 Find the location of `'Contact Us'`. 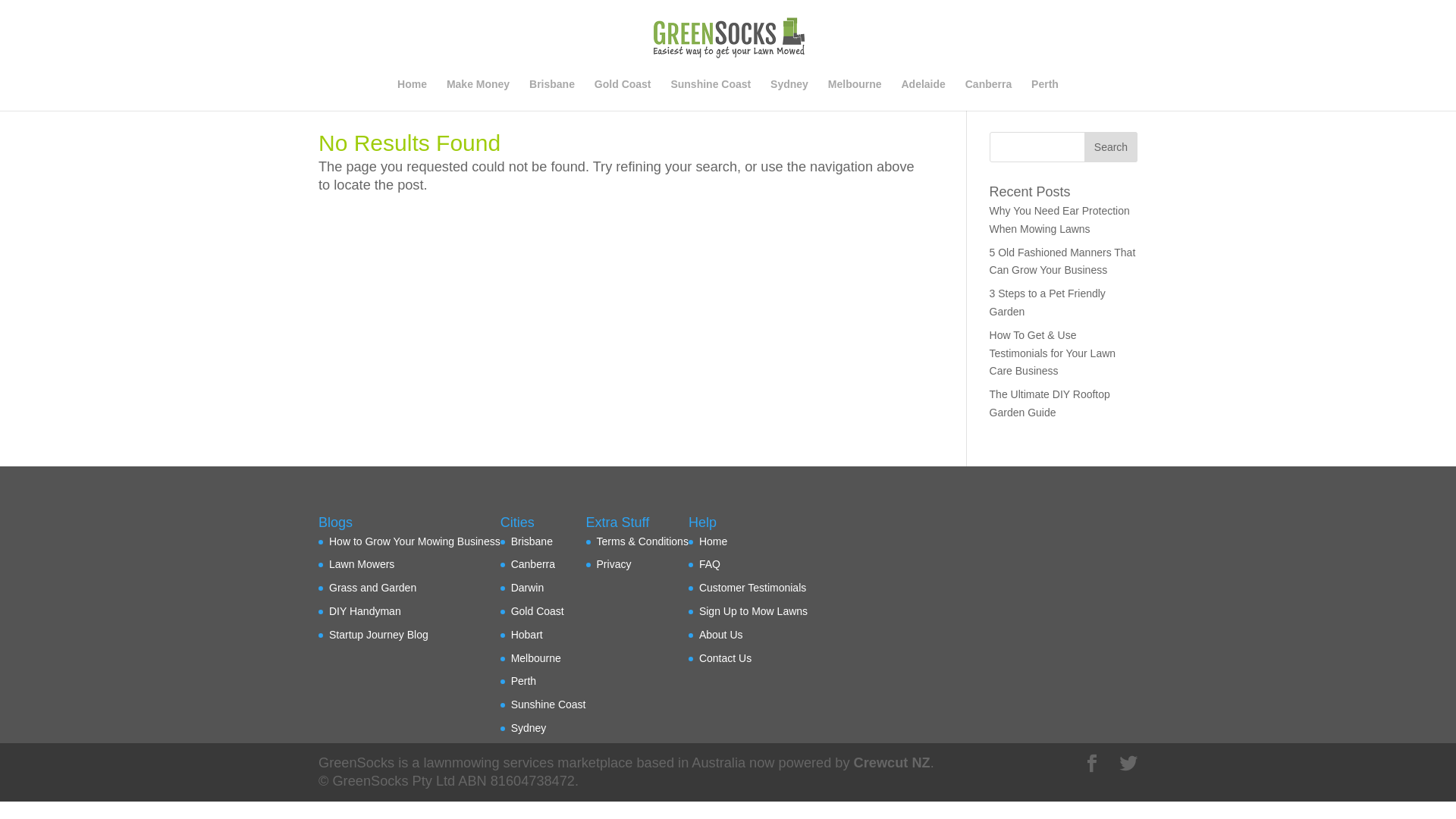

'Contact Us' is located at coordinates (698, 657).